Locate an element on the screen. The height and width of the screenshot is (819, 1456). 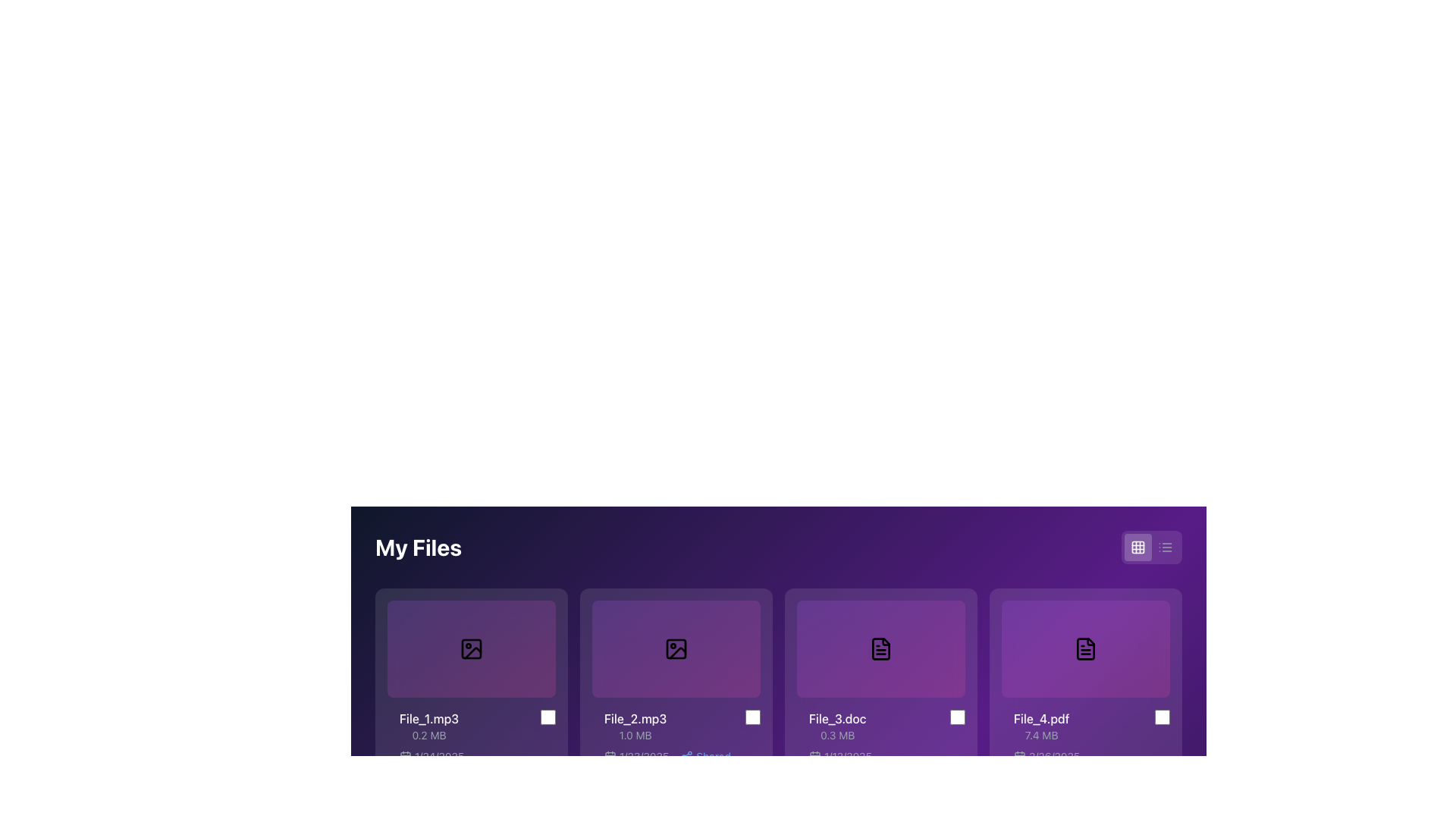
the List item containing the file name 'File_4.pdf' with a checkbox is located at coordinates (1092, 725).